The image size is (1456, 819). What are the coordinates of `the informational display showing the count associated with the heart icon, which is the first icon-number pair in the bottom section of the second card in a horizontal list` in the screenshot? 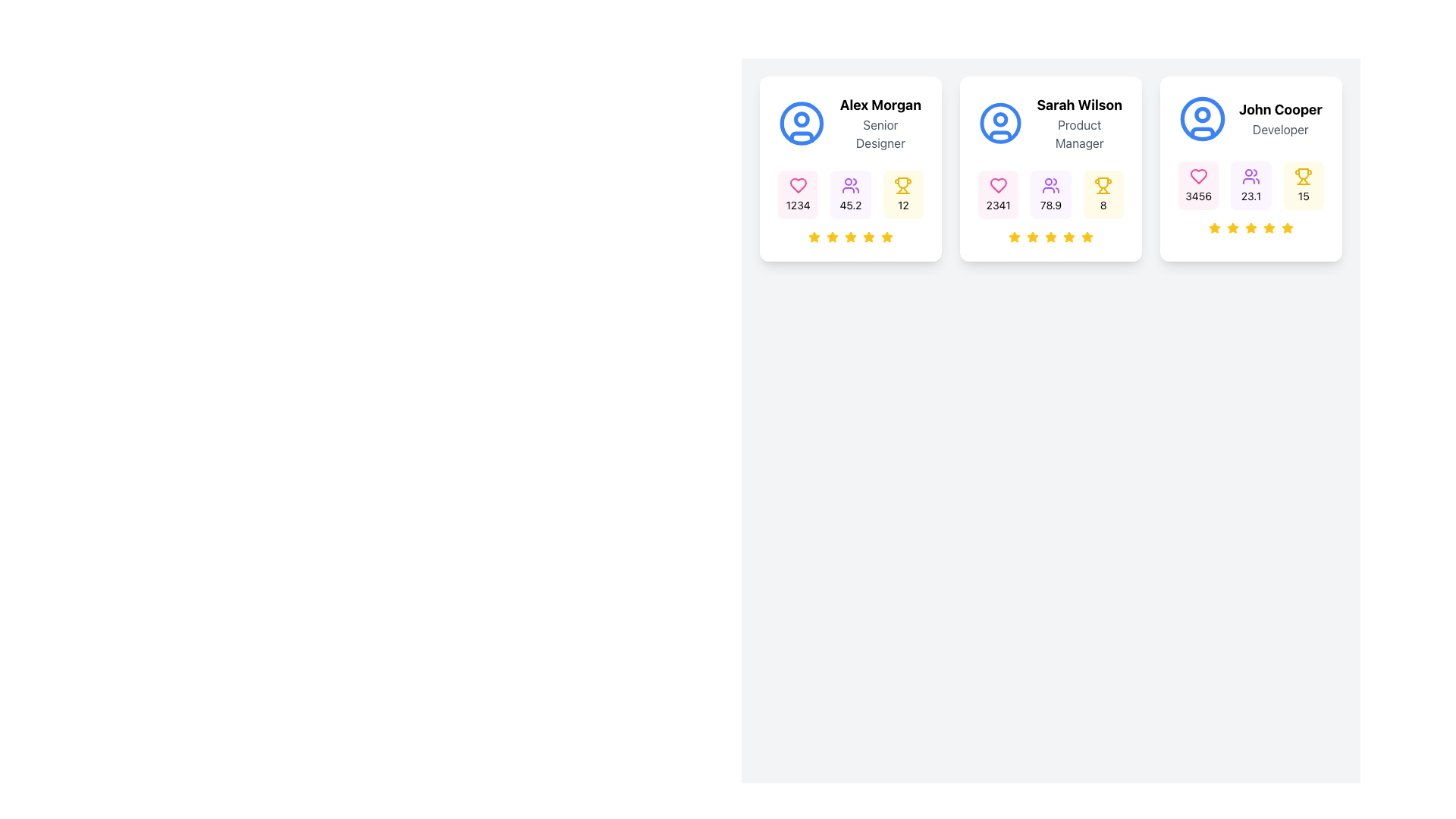 It's located at (998, 194).